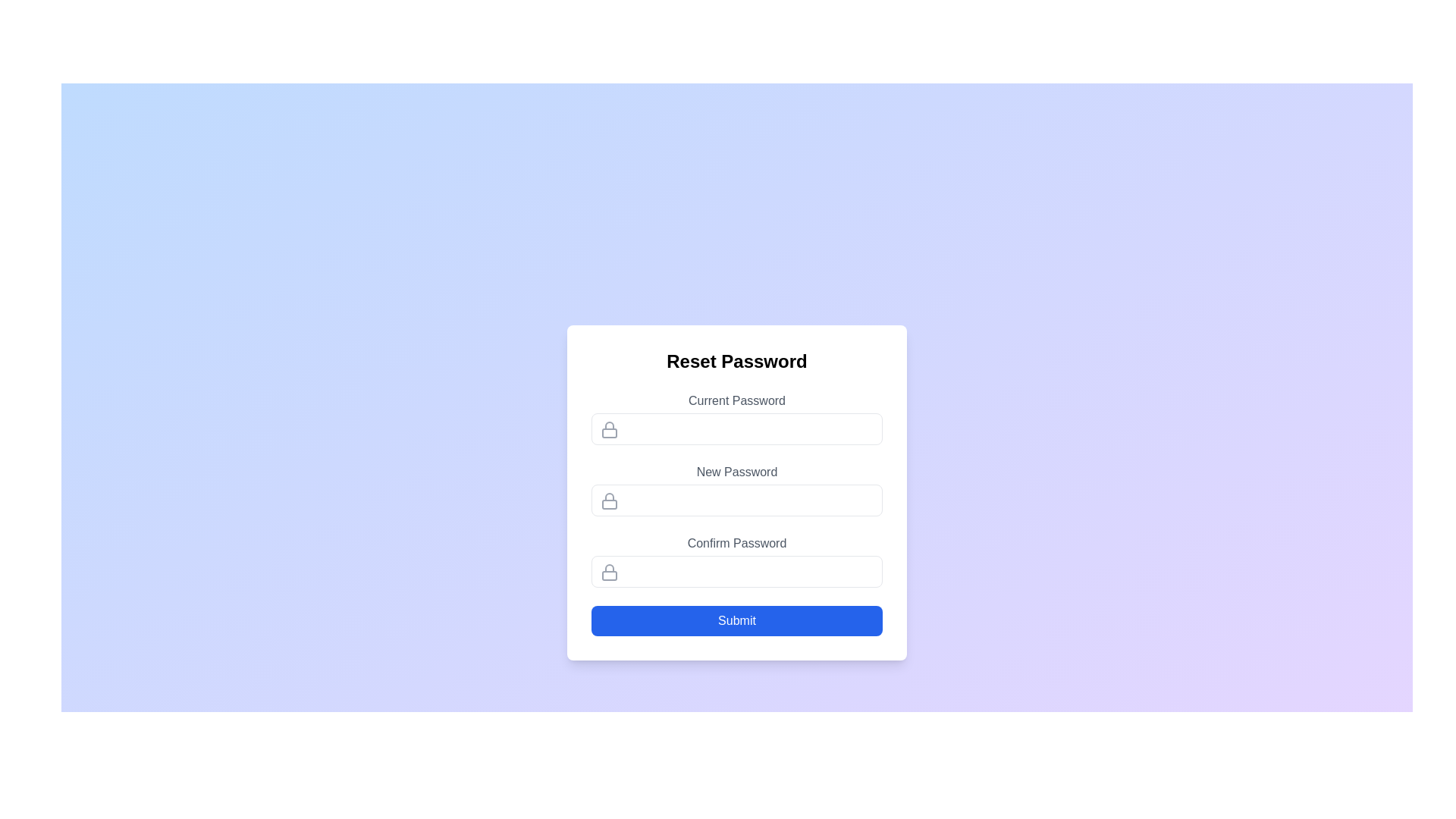  I want to click on the security icon representing the 'New Password' field, located to the left side of the input box, so click(610, 500).